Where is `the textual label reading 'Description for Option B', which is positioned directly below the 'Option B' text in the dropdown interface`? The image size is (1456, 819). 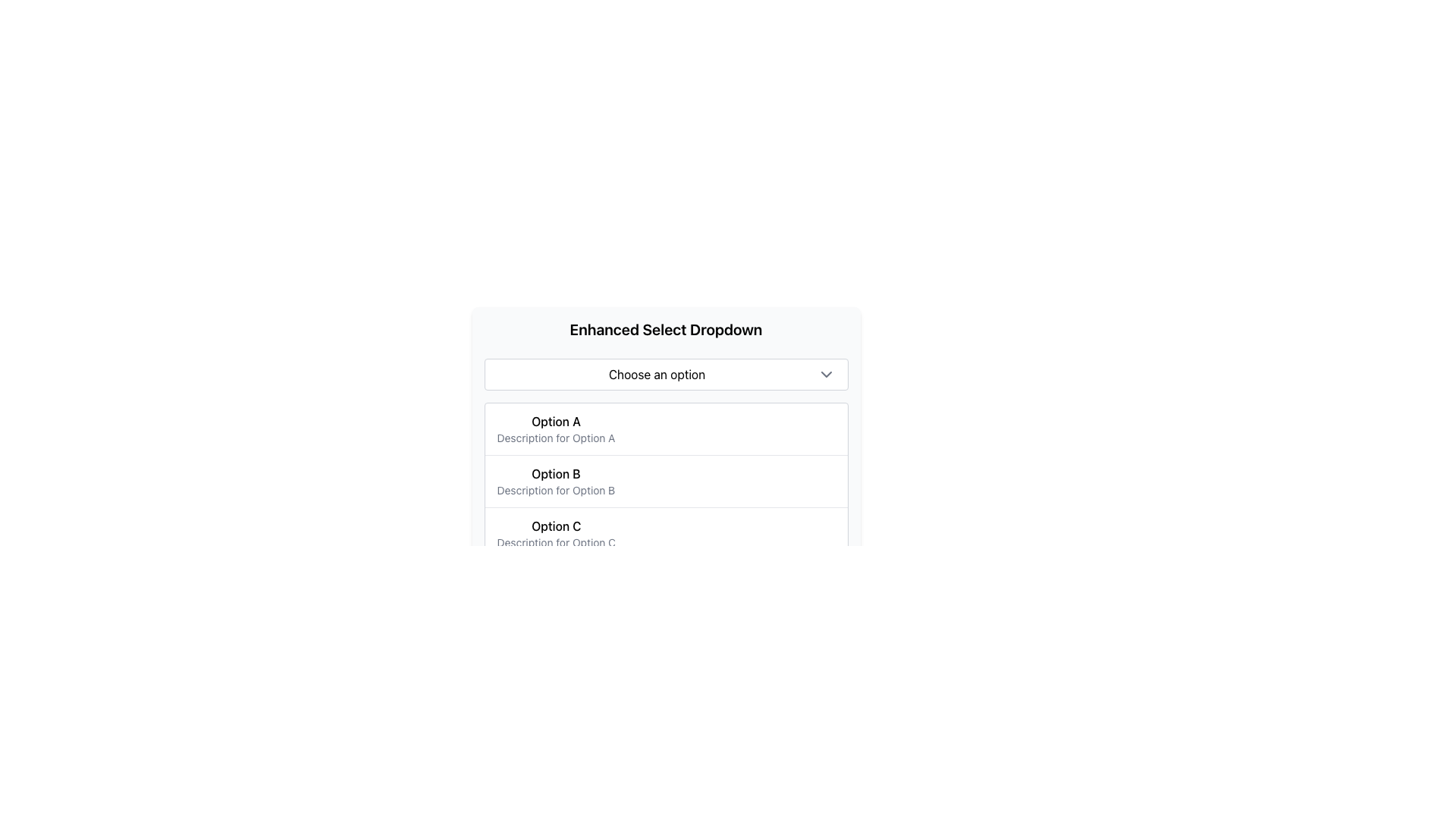 the textual label reading 'Description for Option B', which is positioned directly below the 'Option B' text in the dropdown interface is located at coordinates (555, 491).